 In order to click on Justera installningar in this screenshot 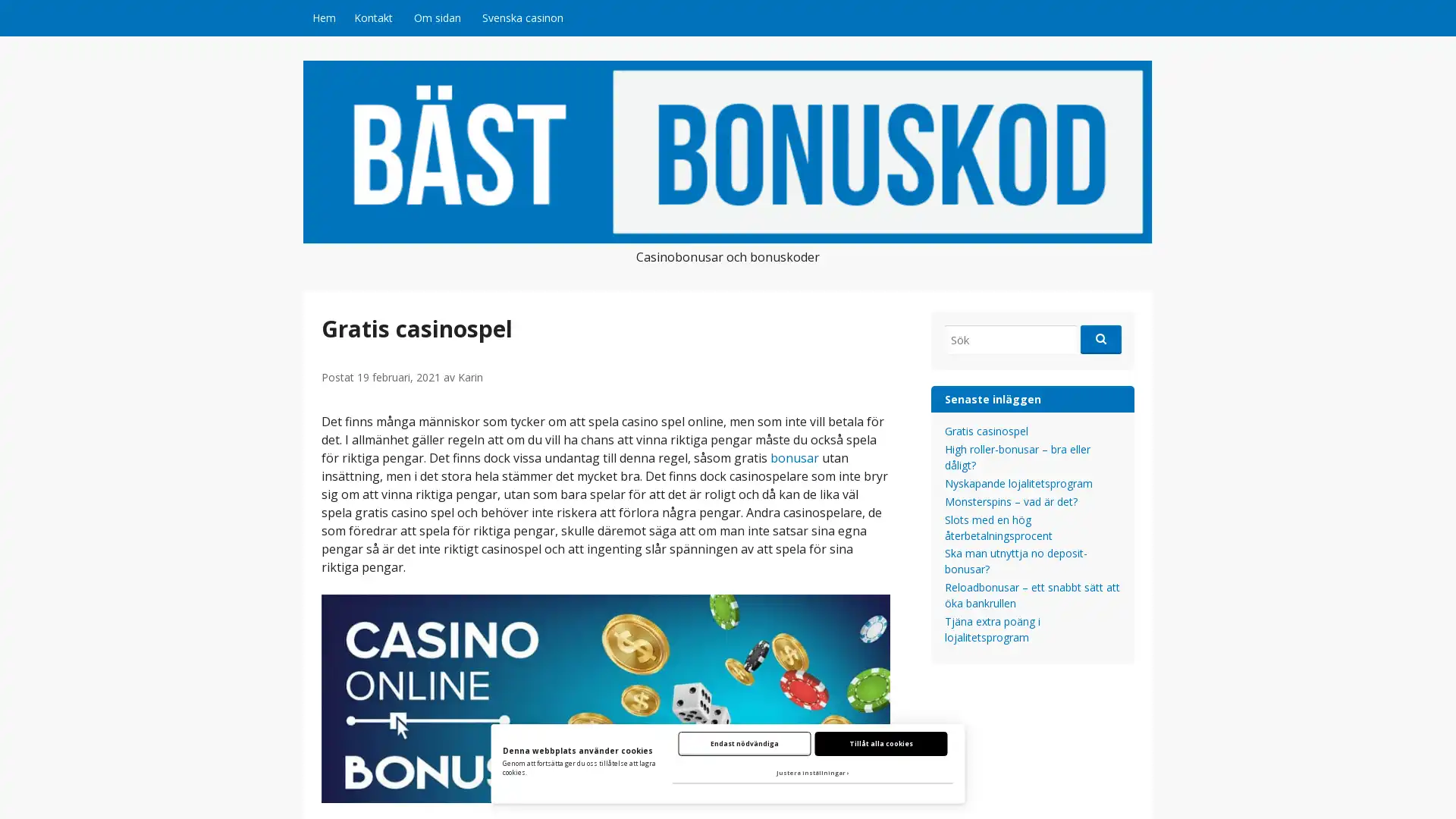, I will do `click(811, 773)`.